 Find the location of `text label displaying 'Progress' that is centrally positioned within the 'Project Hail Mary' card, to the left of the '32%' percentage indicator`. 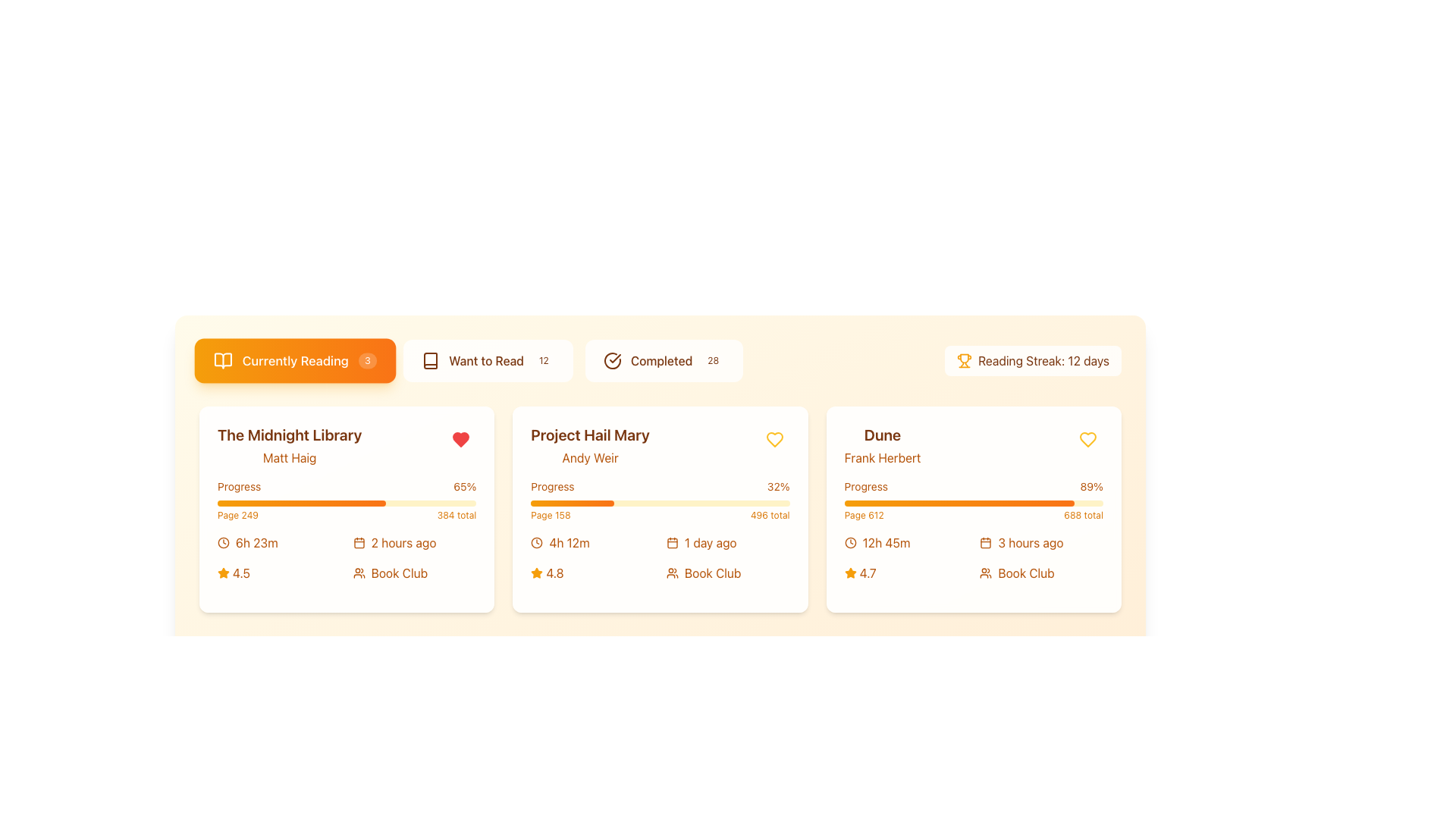

text label displaying 'Progress' that is centrally positioned within the 'Project Hail Mary' card, to the left of the '32%' percentage indicator is located at coordinates (552, 486).